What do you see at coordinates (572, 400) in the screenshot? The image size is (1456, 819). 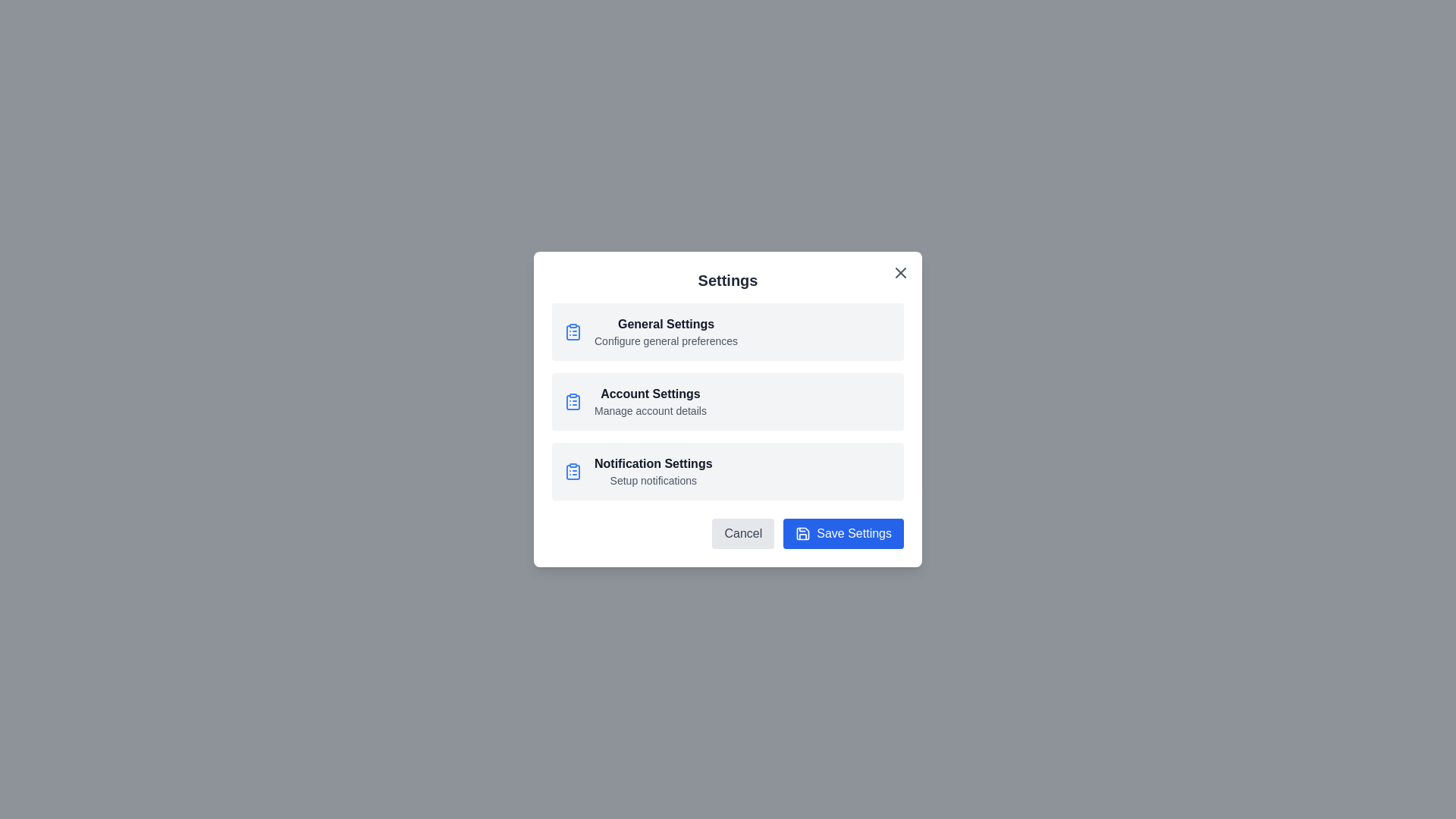 I see `the 'Account Settings' icon, which is the first visual element in the card located to the left of the text content` at bounding box center [572, 400].